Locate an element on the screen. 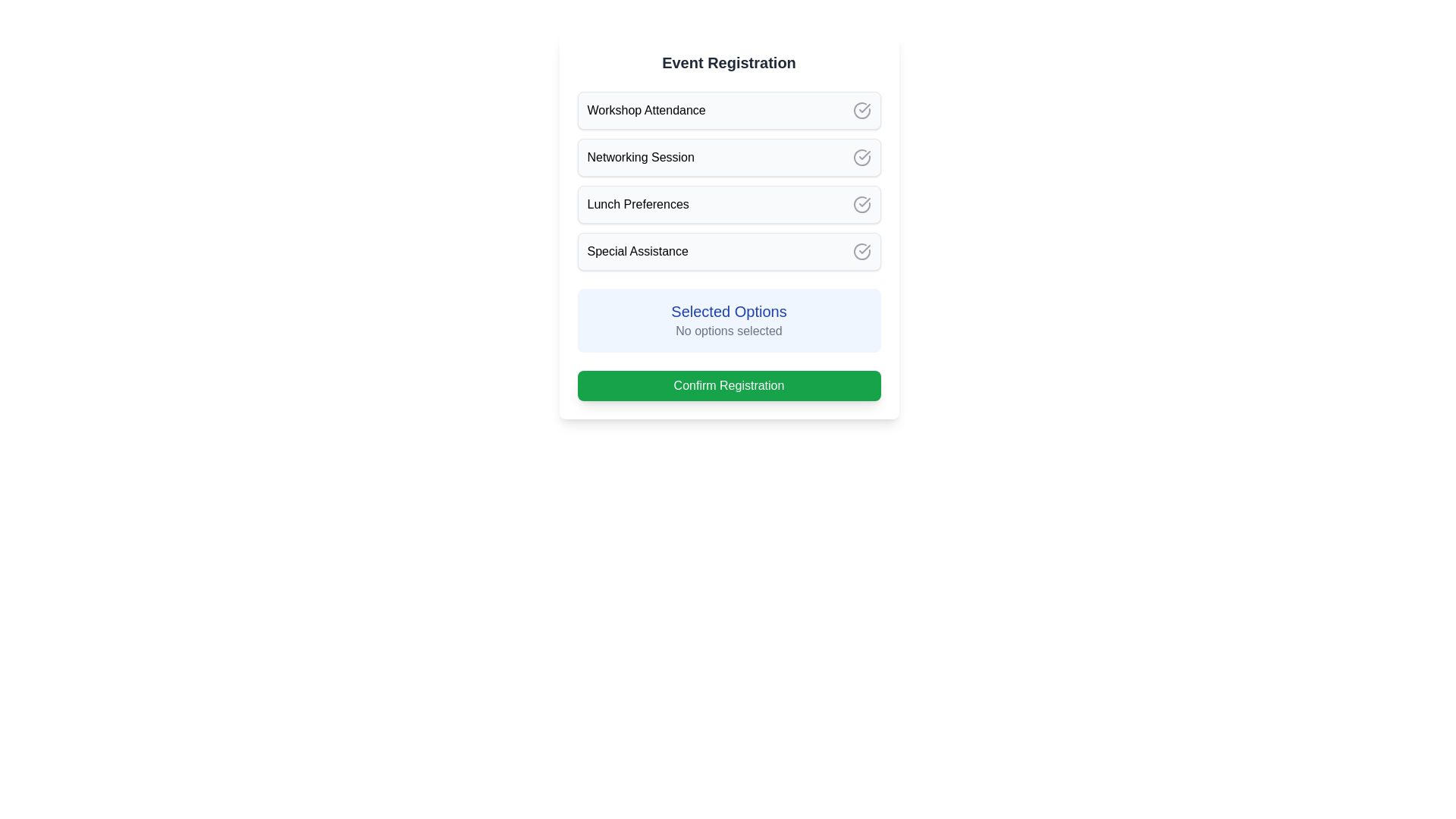 The width and height of the screenshot is (1456, 819). the 'Confirm Registration' button, which is a green rectangular button with rounded corners and white text, located at the bottom of the 'Event Registration' card is located at coordinates (729, 385).